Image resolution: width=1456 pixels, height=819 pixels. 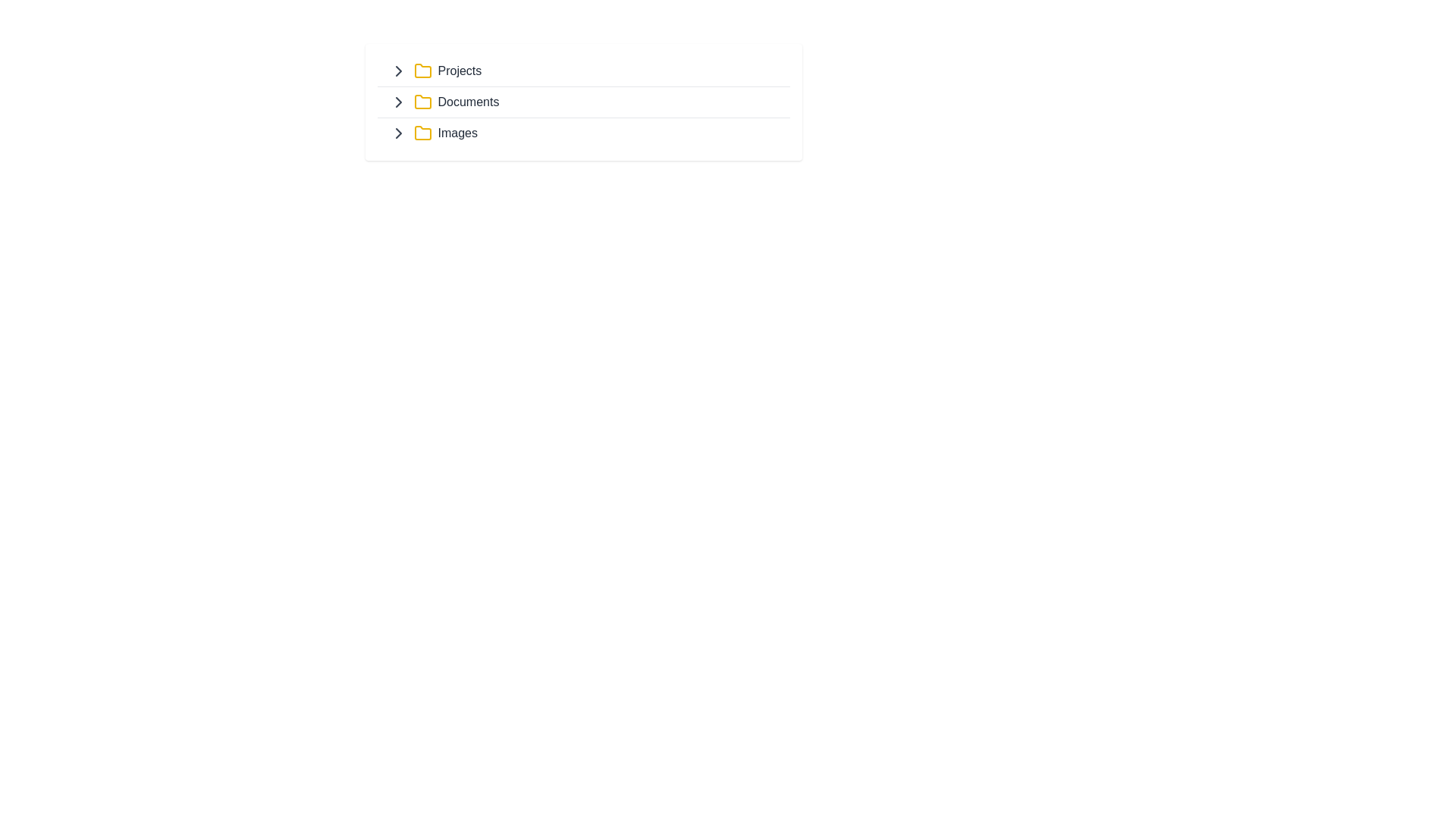 I want to click on the yellow folder icon located within the 'Projects' menu item, situated between a chevron icon and the 'Projects' text, so click(x=422, y=71).